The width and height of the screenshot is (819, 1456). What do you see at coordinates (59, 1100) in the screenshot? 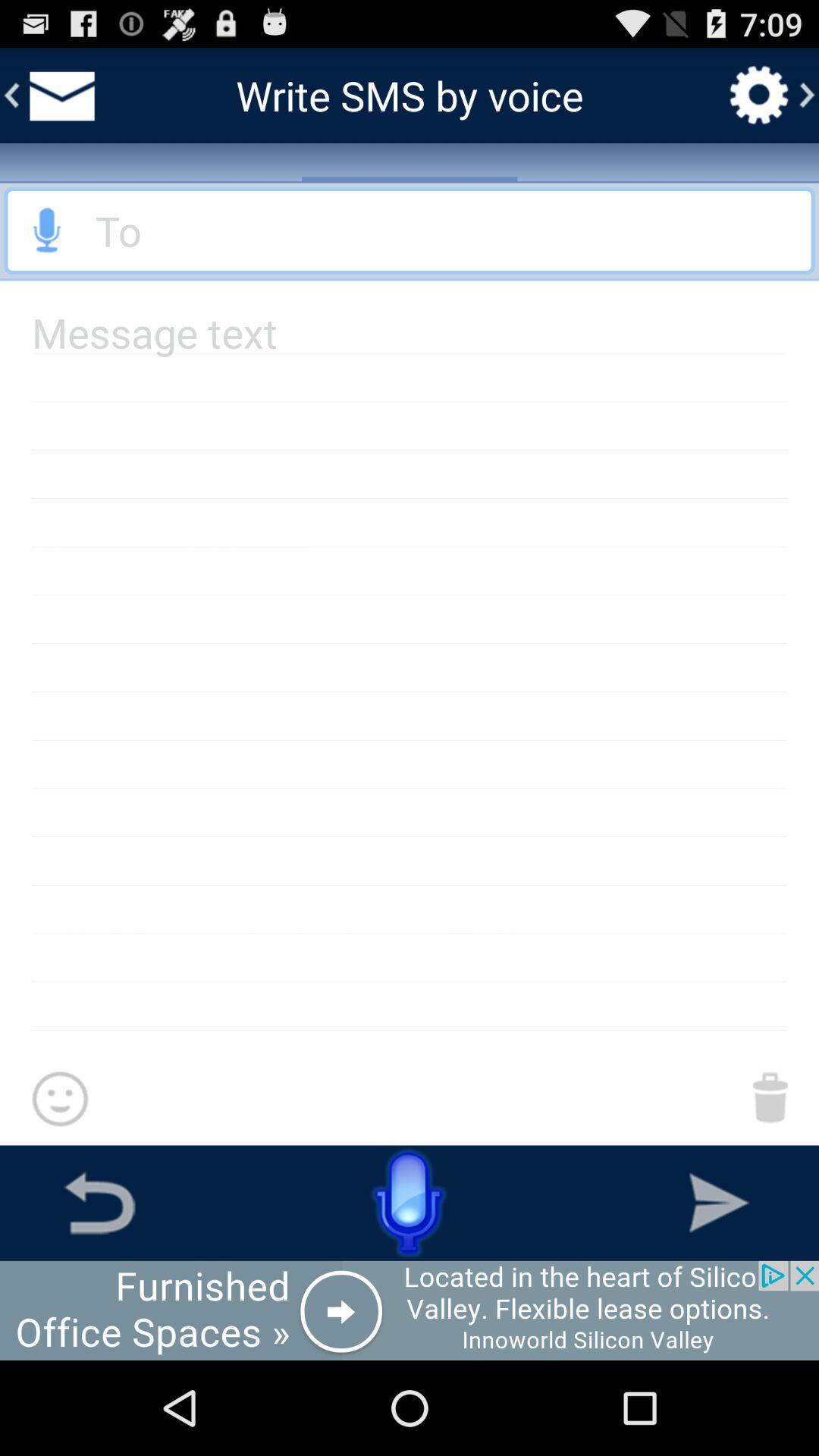
I see `emojoy` at bounding box center [59, 1100].